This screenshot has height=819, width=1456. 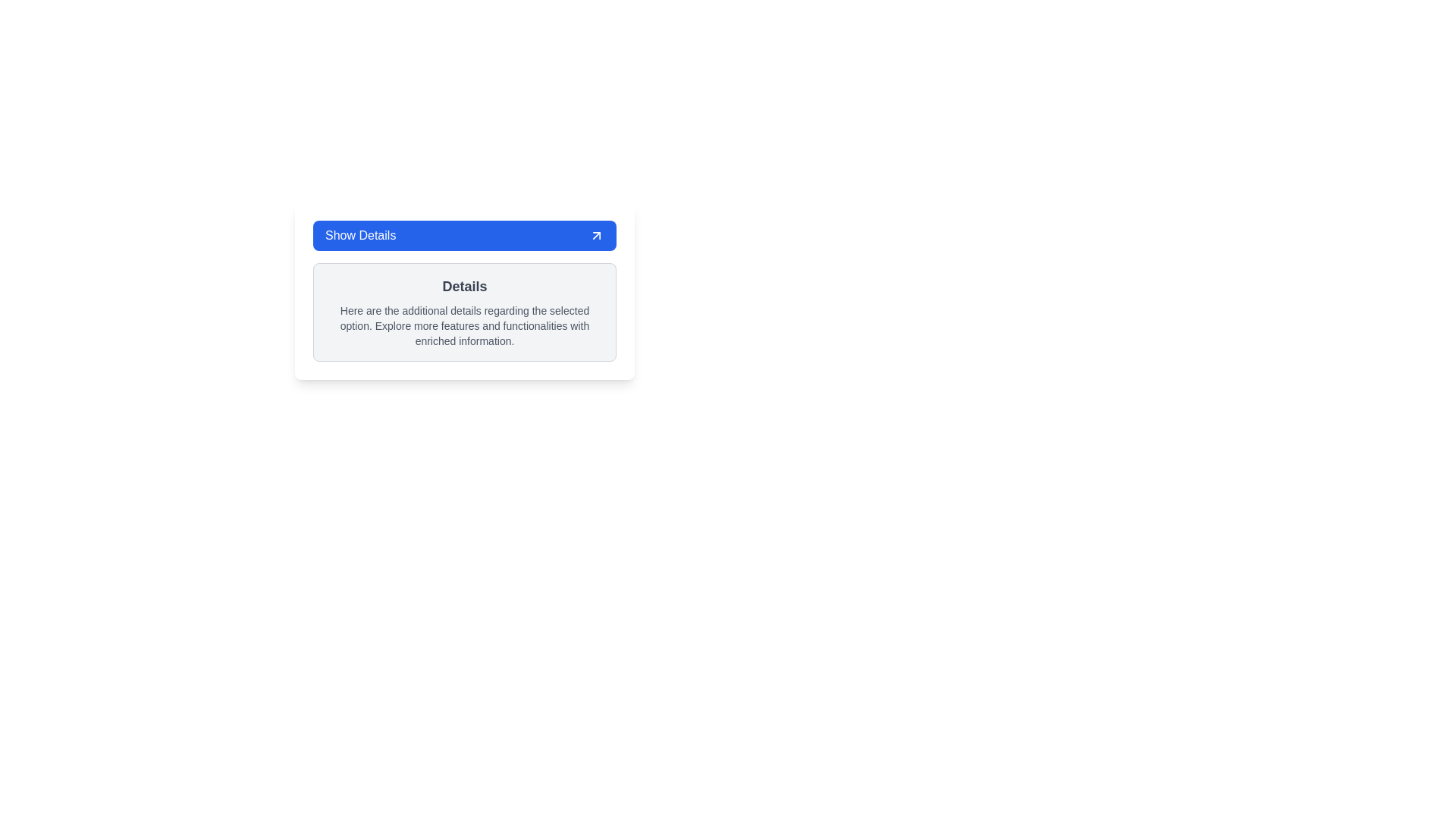 I want to click on text block displaying additional details below the 'Details' heading, which is styled with a smaller gray font and contains enriched information, so click(x=464, y=325).